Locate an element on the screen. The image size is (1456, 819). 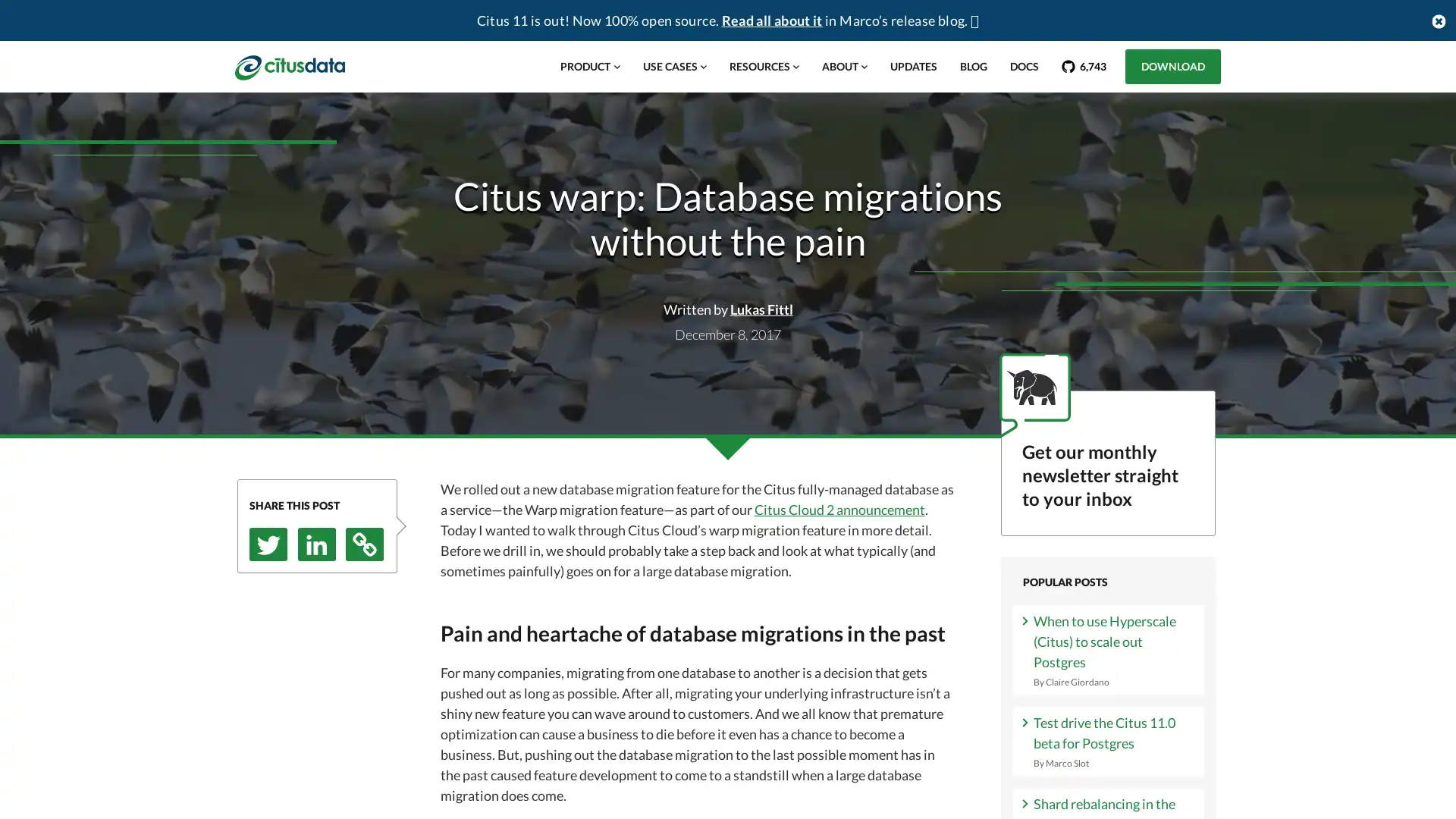
Copy link is located at coordinates (364, 543).